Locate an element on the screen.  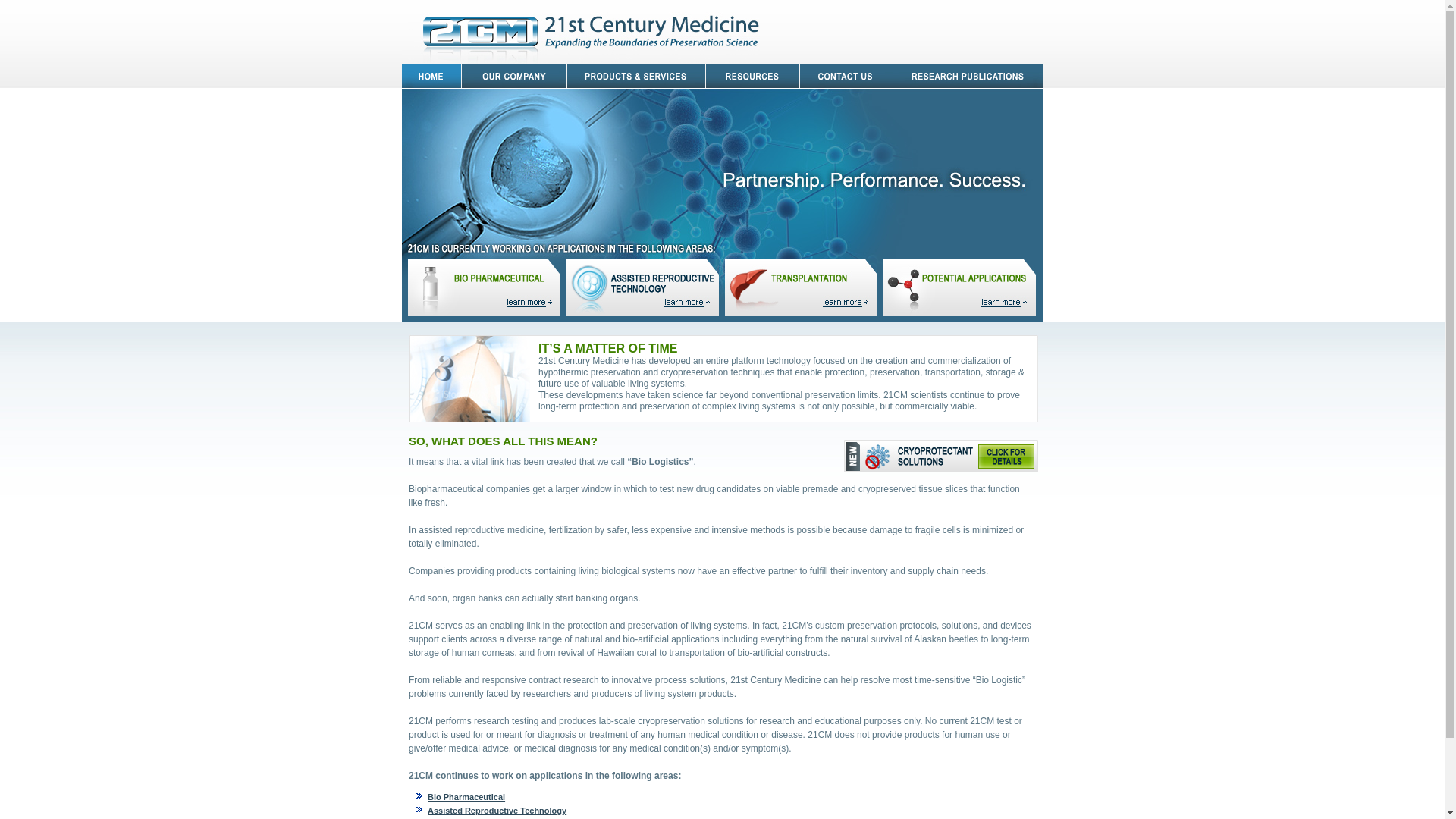
'Assisted Reproductive Technology' is located at coordinates (427, 809).